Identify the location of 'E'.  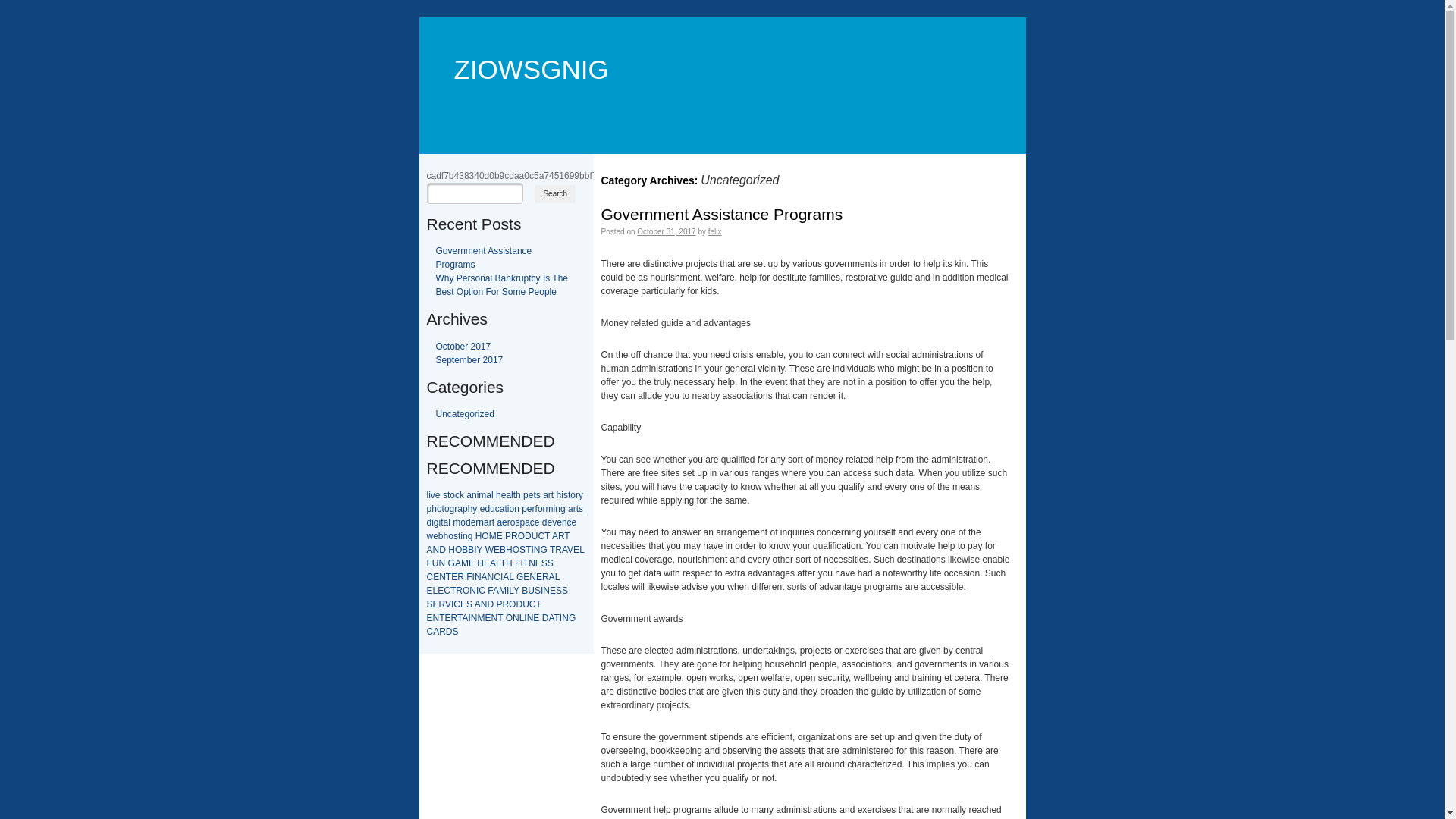
(471, 563).